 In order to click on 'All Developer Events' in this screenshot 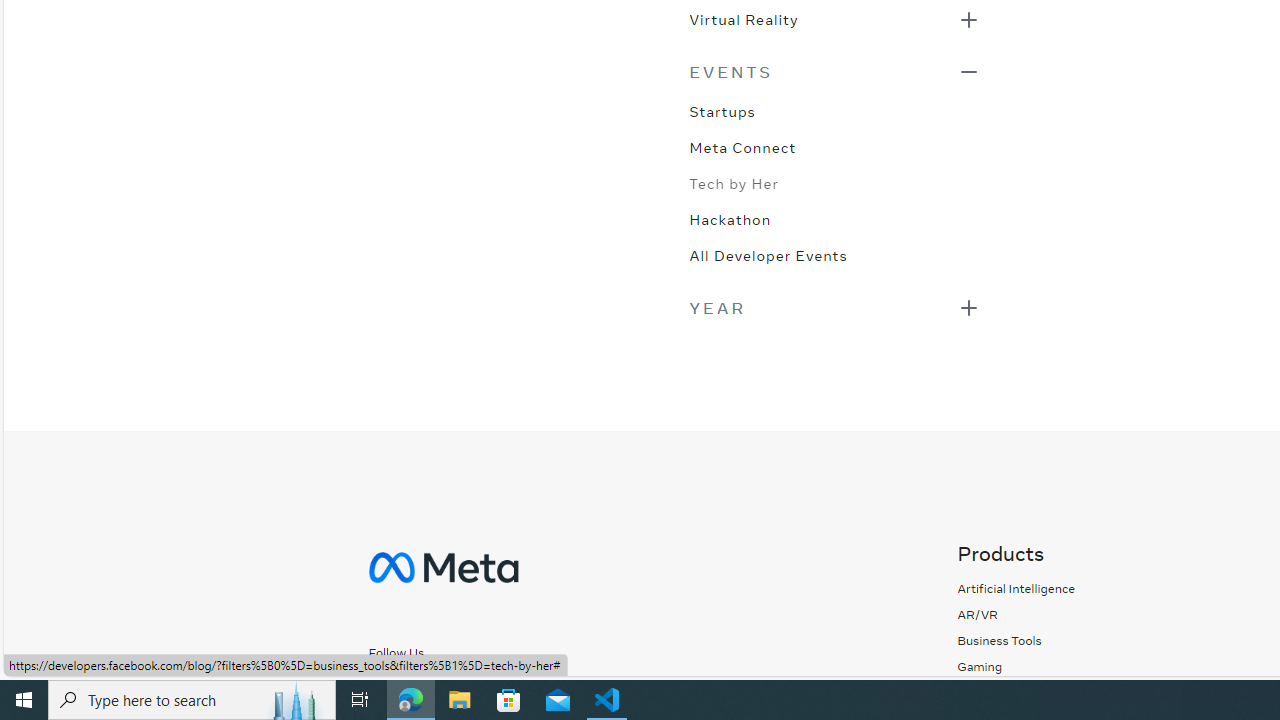, I will do `click(767, 253)`.